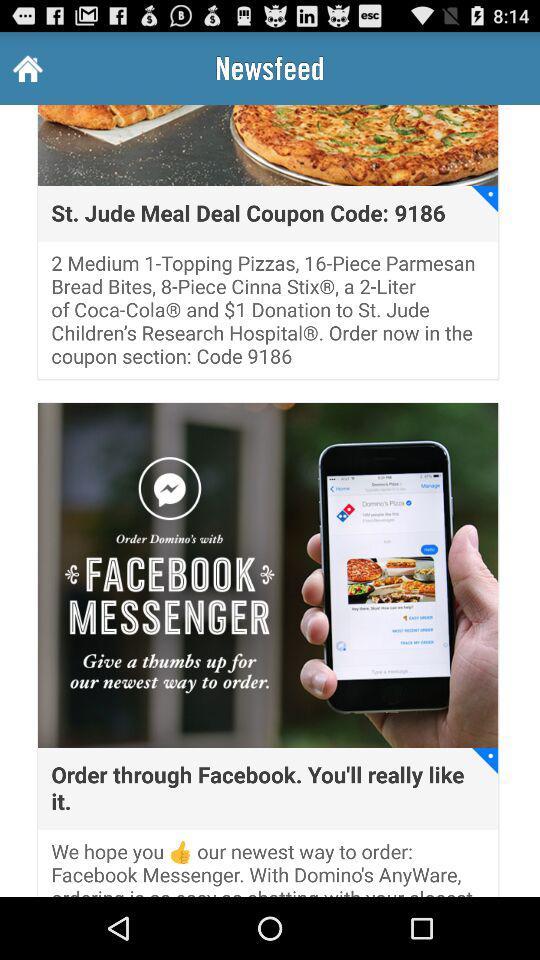 This screenshot has width=540, height=960. I want to click on icon next to st jude meal, so click(484, 199).